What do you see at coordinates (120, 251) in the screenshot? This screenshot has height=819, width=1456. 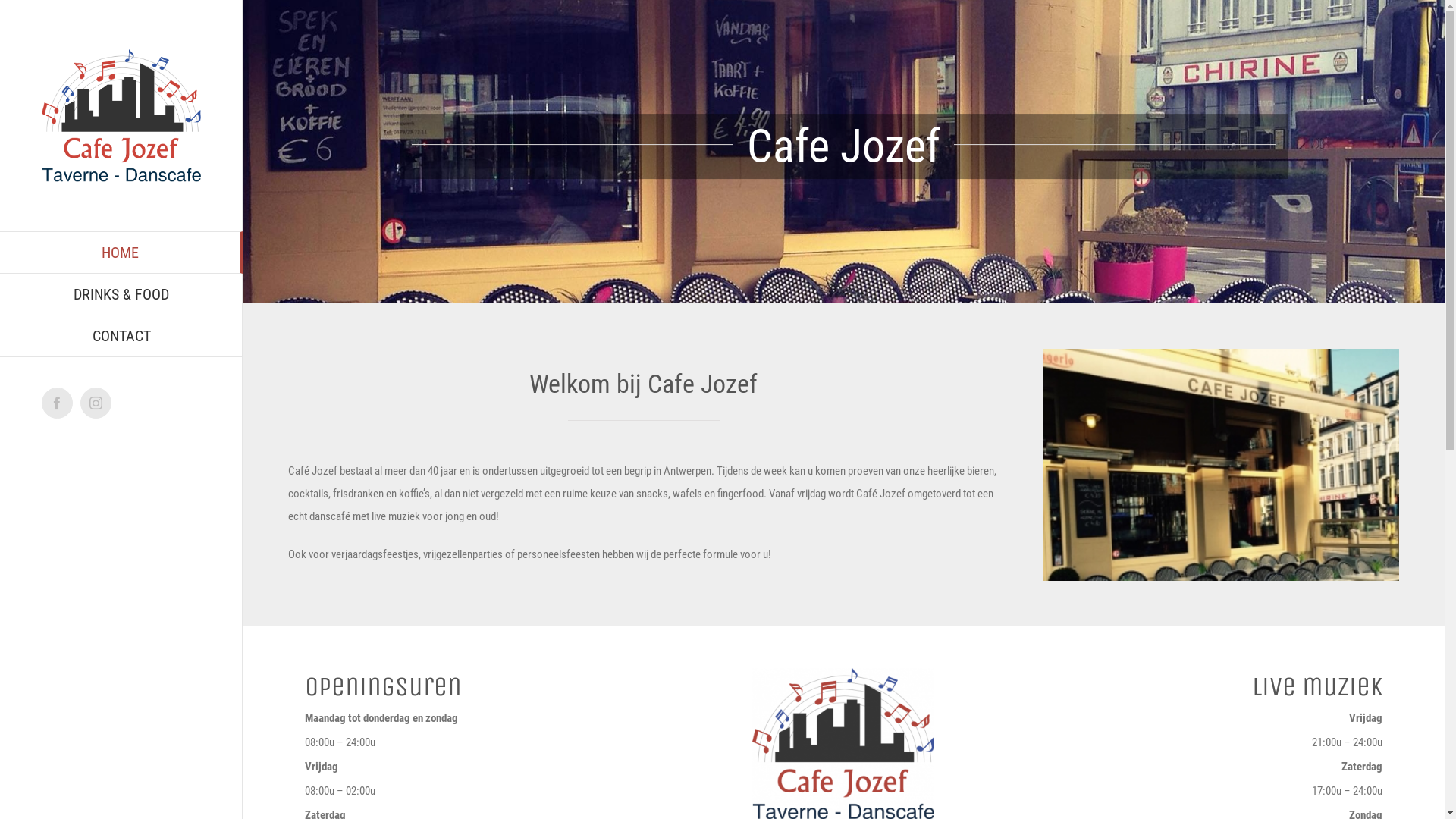 I see `'HOME'` at bounding box center [120, 251].